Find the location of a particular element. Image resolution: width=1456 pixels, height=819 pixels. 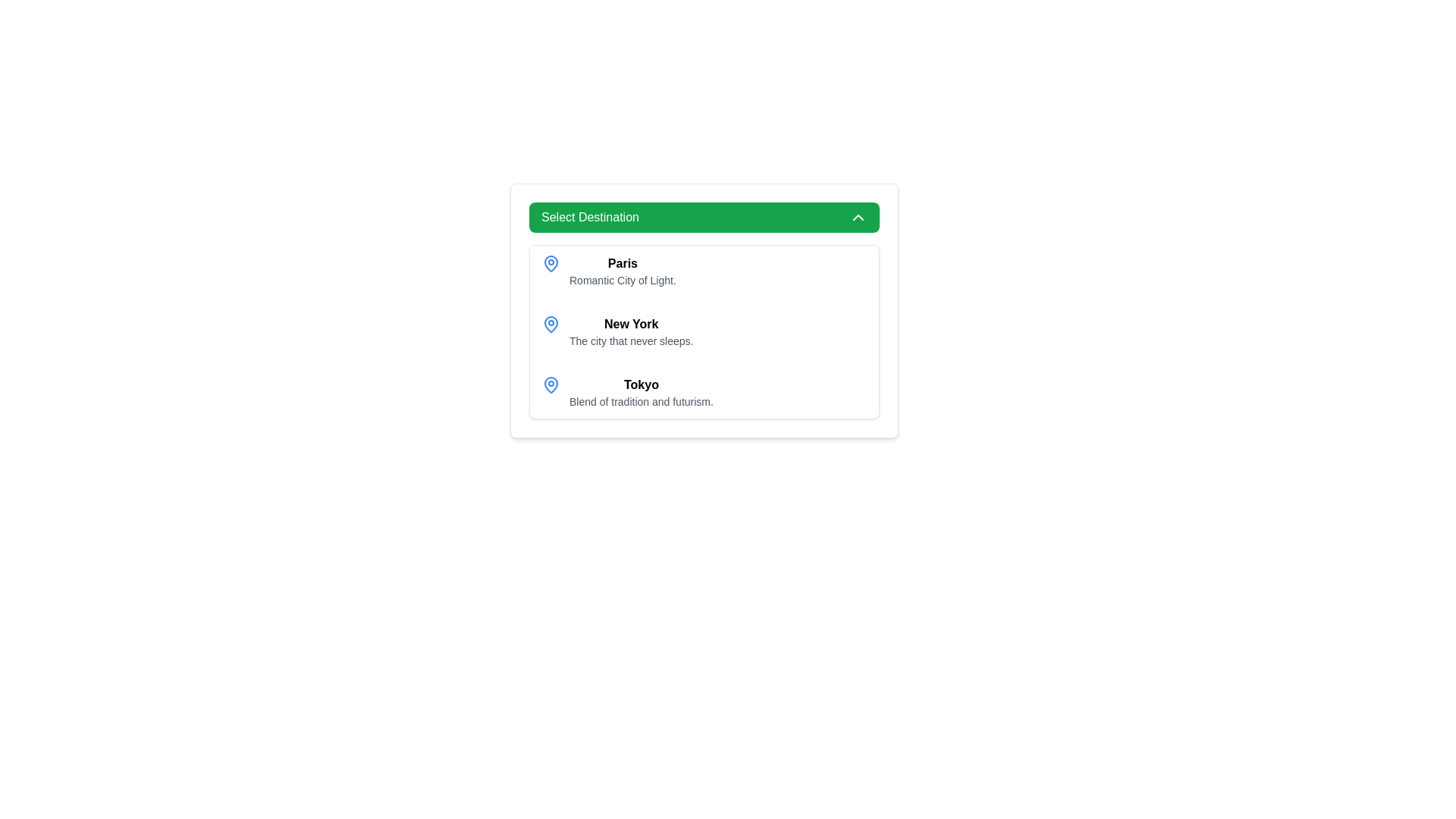

the map pin icon indicating the 'New York' destination, which is located directly to the left of the 'New York' label in the list of destinations is located at coordinates (550, 323).